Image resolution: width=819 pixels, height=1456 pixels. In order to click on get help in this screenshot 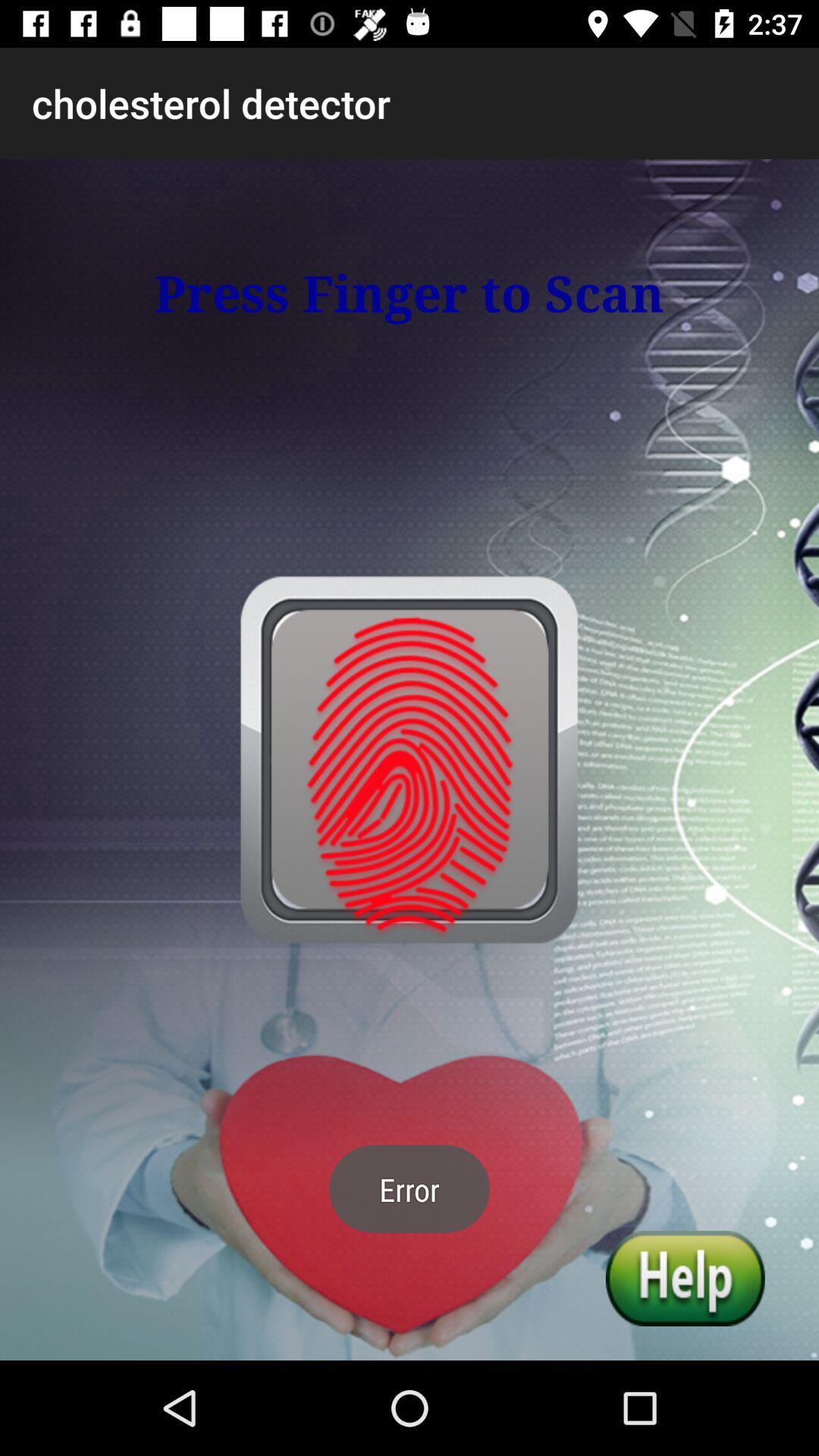, I will do `click(685, 1277)`.